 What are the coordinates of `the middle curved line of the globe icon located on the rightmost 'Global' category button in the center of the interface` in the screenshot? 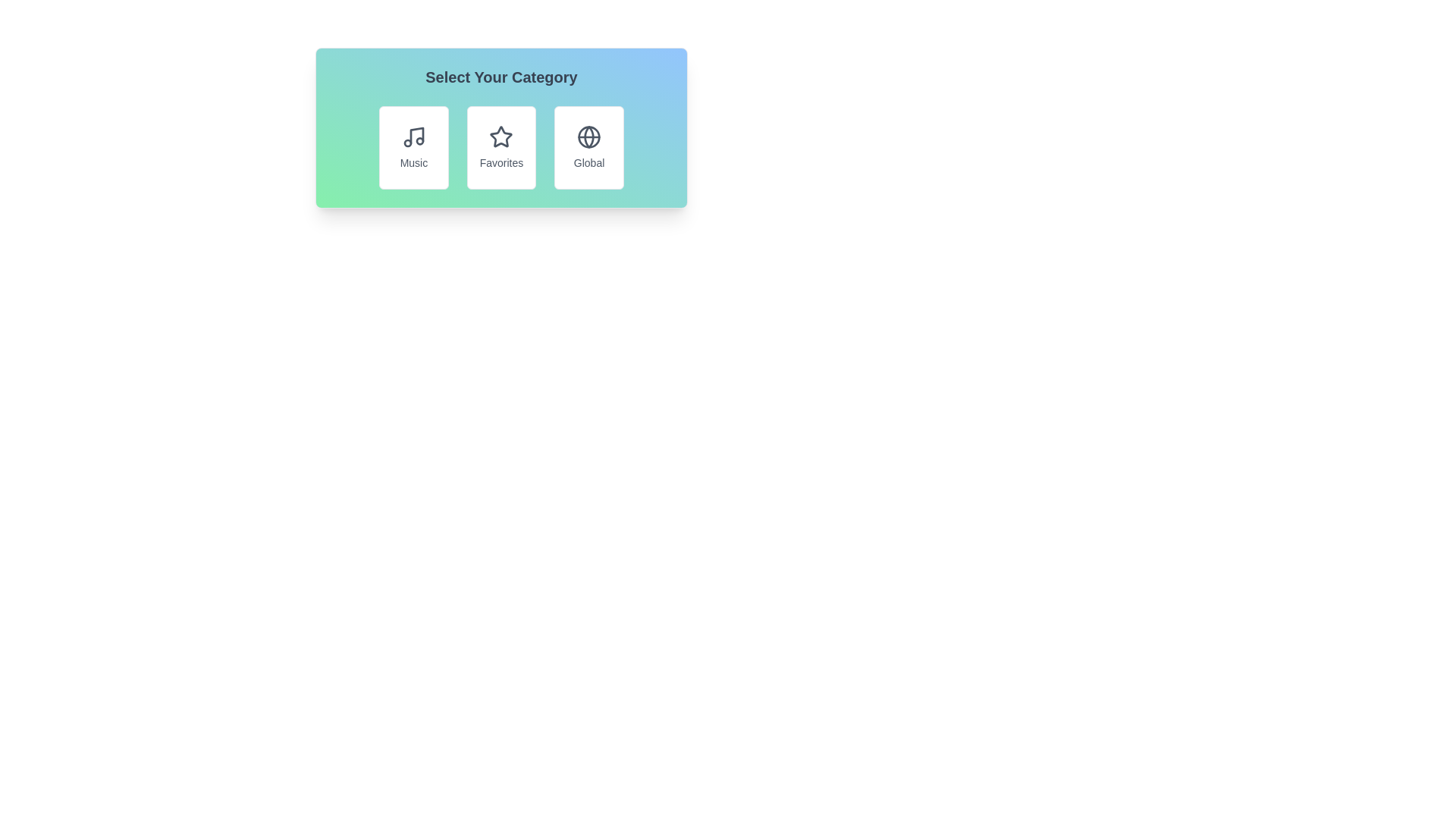 It's located at (588, 137).